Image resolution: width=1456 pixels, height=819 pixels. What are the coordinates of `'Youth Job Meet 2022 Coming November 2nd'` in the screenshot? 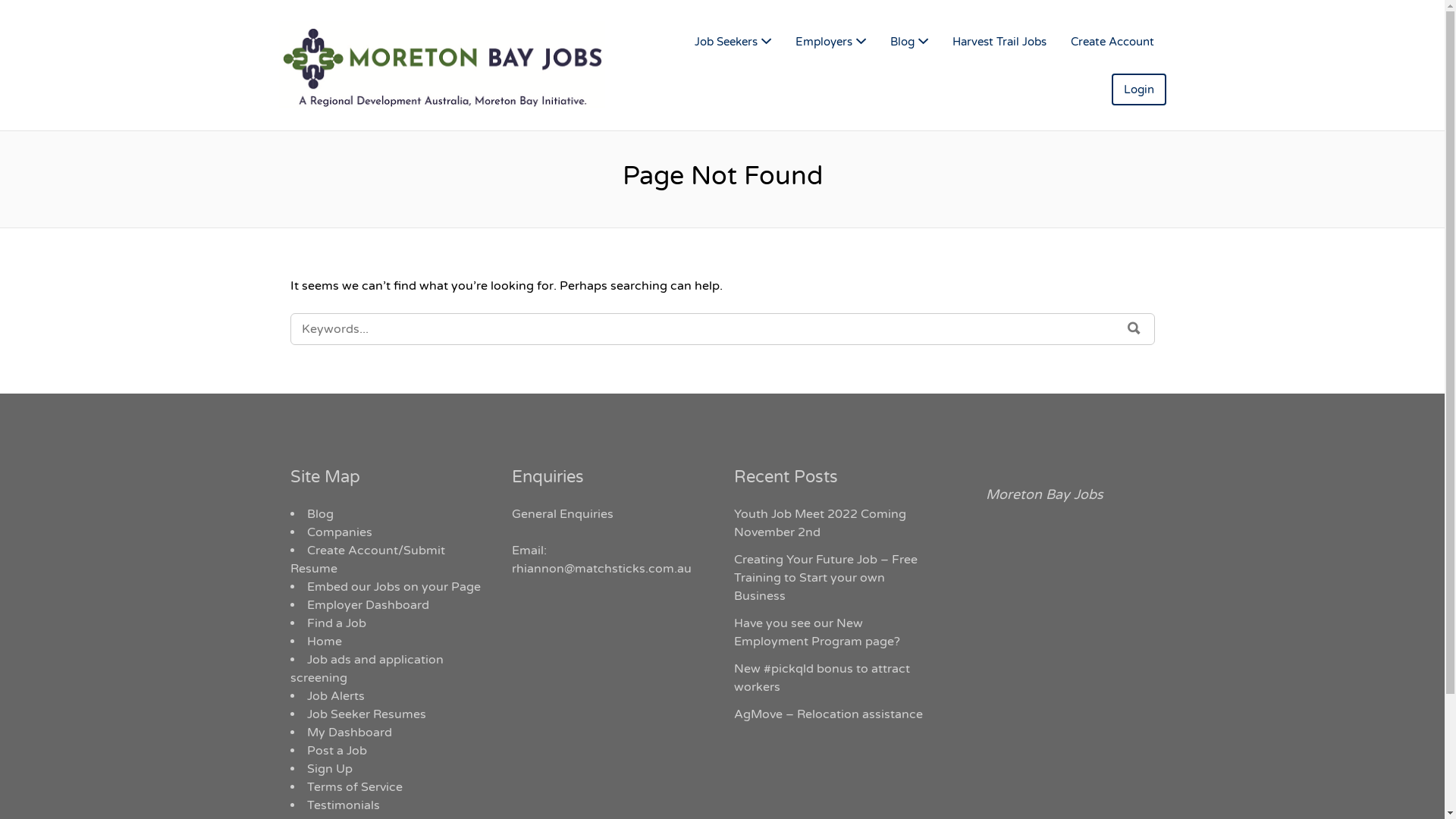 It's located at (734, 522).